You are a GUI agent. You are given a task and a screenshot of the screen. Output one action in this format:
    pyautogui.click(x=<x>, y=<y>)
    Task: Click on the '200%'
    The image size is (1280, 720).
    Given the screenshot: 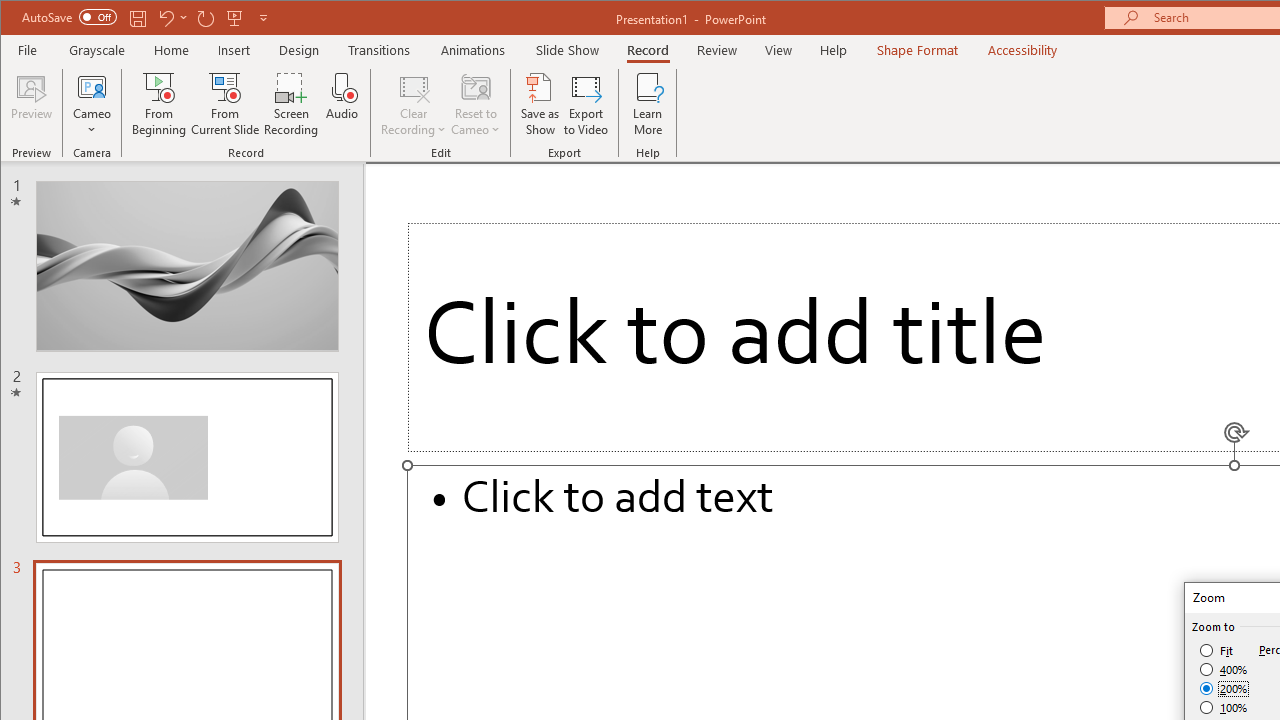 What is the action you would take?
    pyautogui.click(x=1223, y=688)
    